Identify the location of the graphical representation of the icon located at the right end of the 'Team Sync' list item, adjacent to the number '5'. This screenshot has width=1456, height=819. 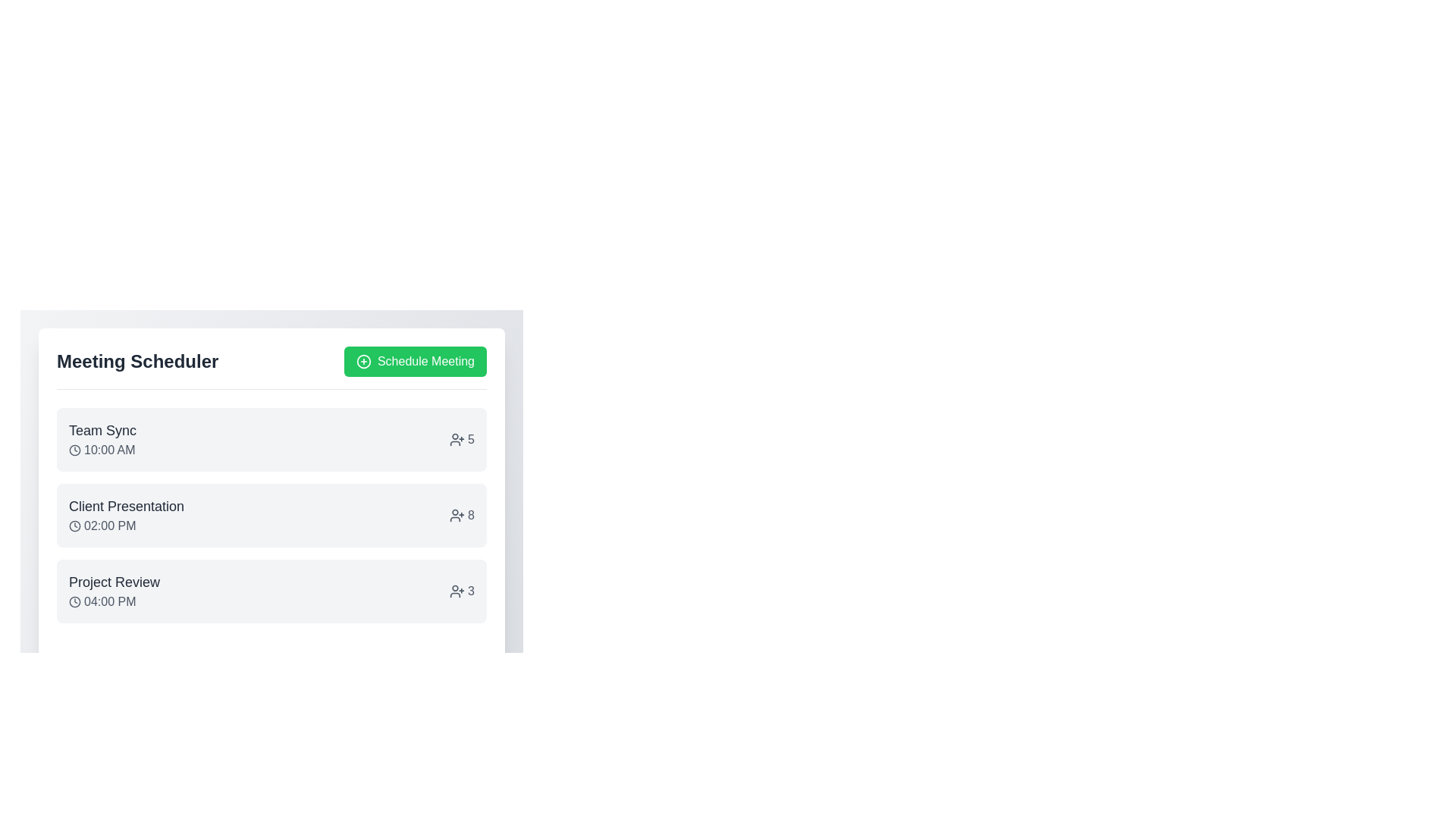
(457, 439).